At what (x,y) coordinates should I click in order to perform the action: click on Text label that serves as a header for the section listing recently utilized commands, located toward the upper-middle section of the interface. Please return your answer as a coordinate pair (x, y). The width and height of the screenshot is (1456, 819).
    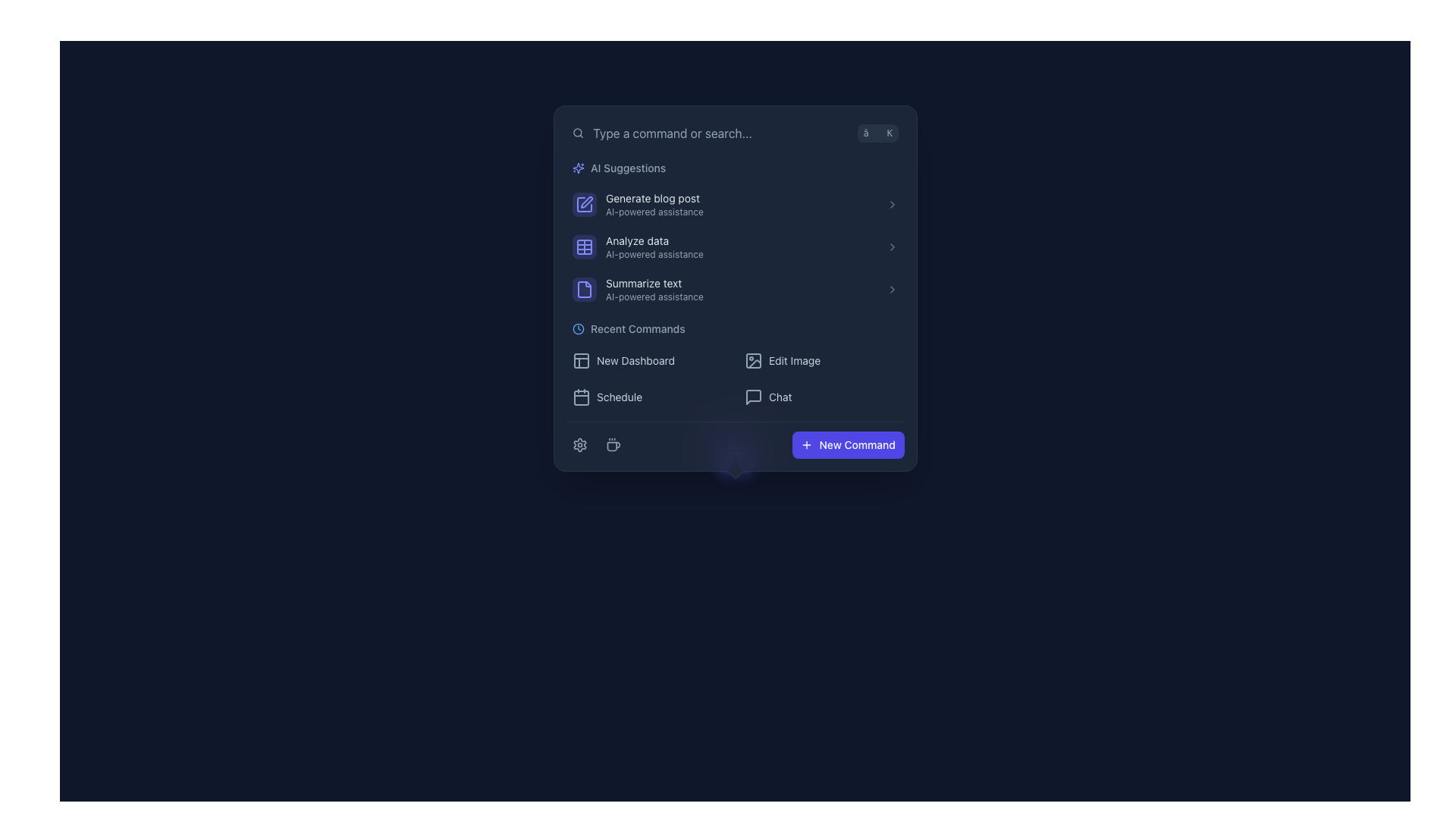
    Looking at the image, I should click on (637, 328).